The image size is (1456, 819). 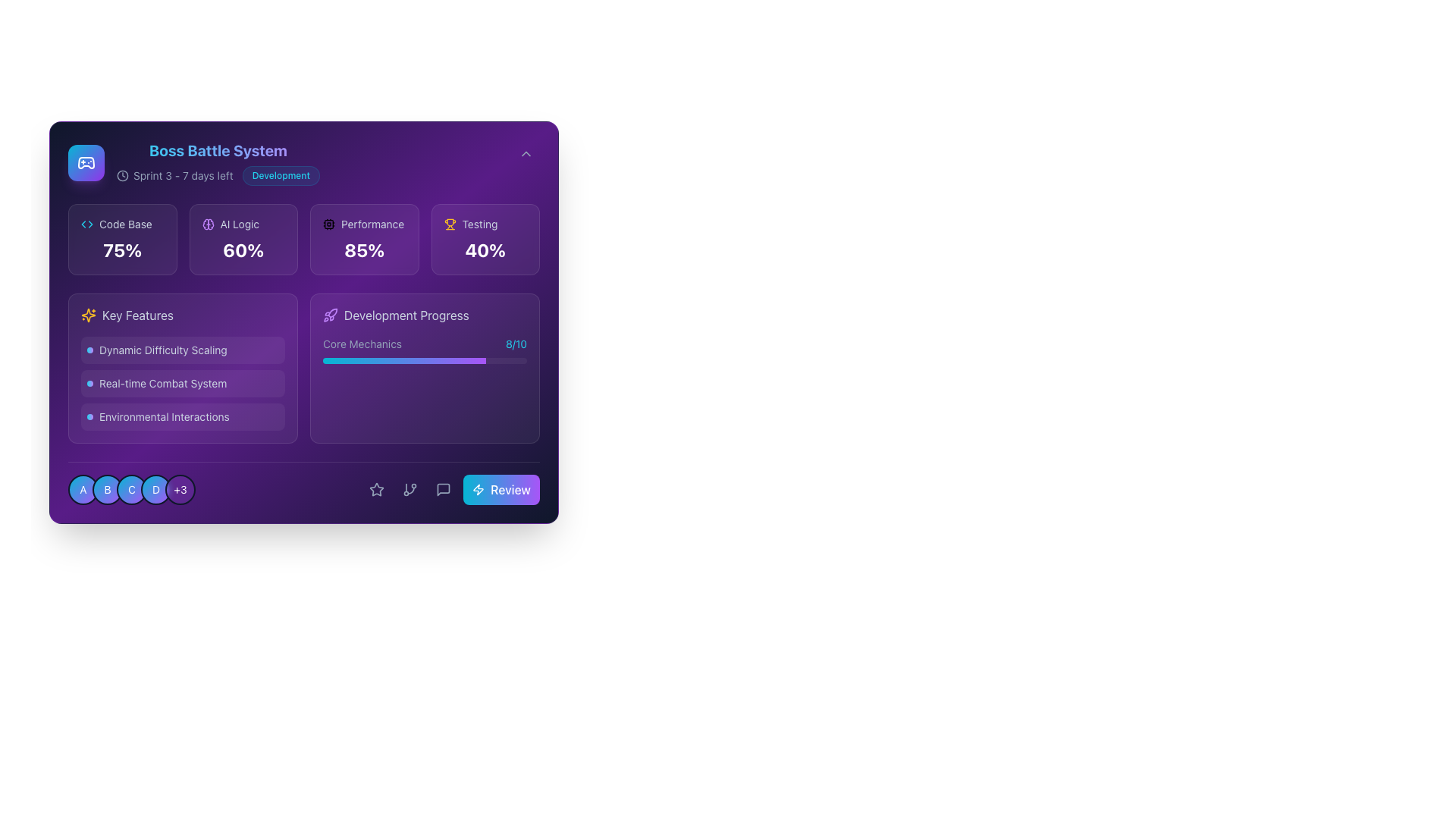 I want to click on the 'Code Base' label with the cyan-colored coding brackets icon, which is located at the top-left corner of its section, distinct from the surrounding elements, so click(x=122, y=224).